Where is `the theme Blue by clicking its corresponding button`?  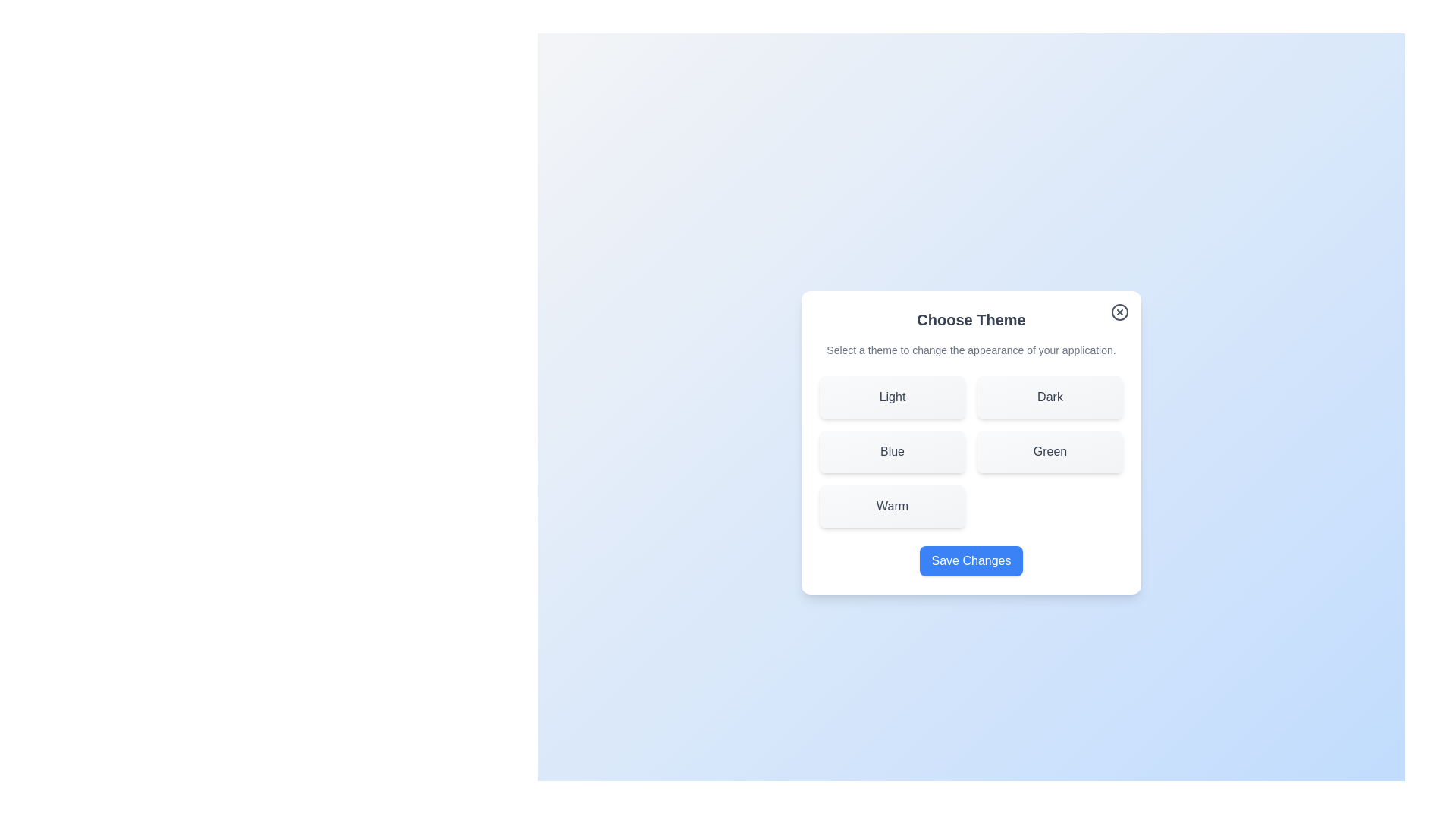 the theme Blue by clicking its corresponding button is located at coordinates (892, 451).